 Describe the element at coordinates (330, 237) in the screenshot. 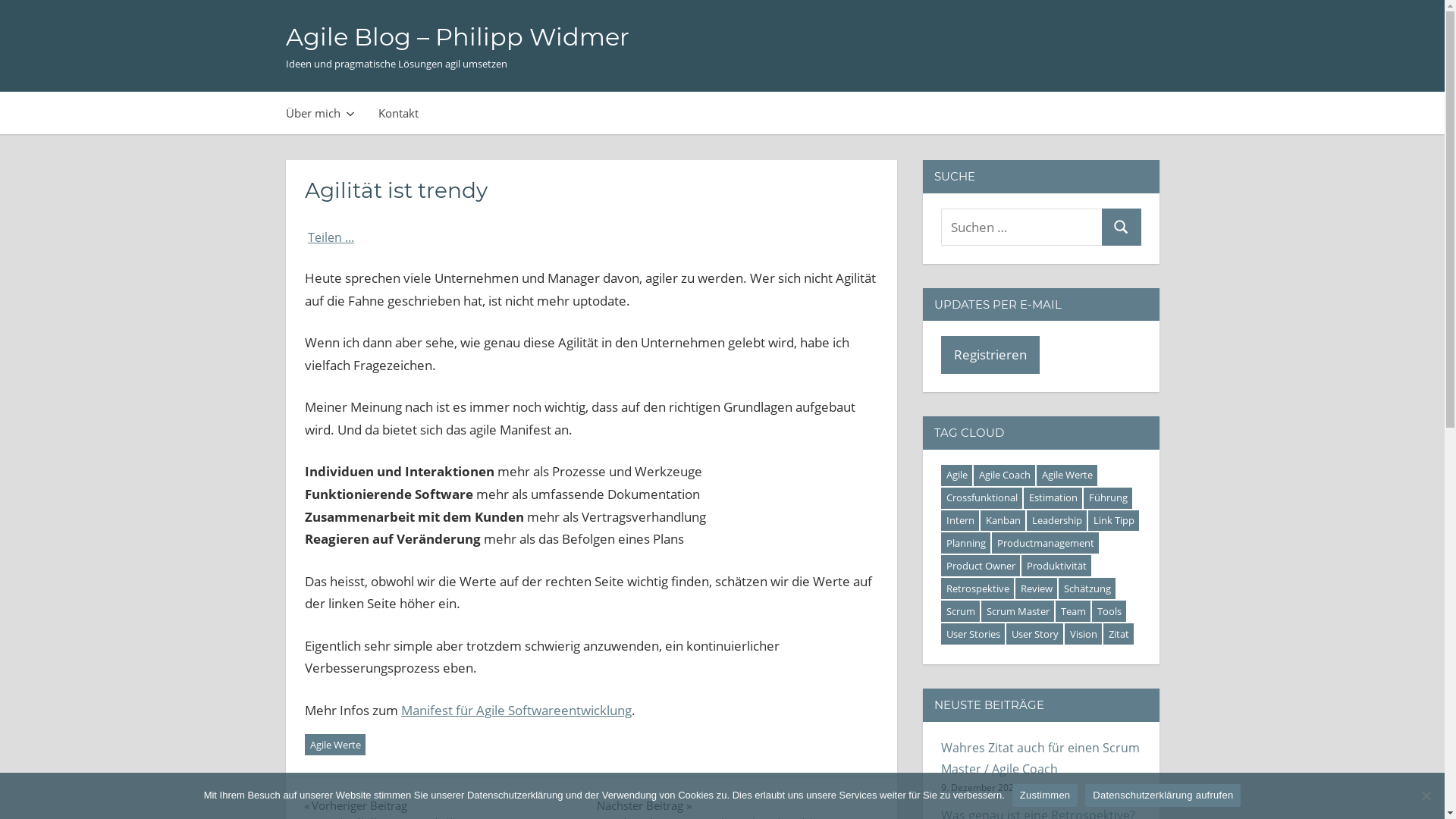

I see `'Teilen ...'` at that location.